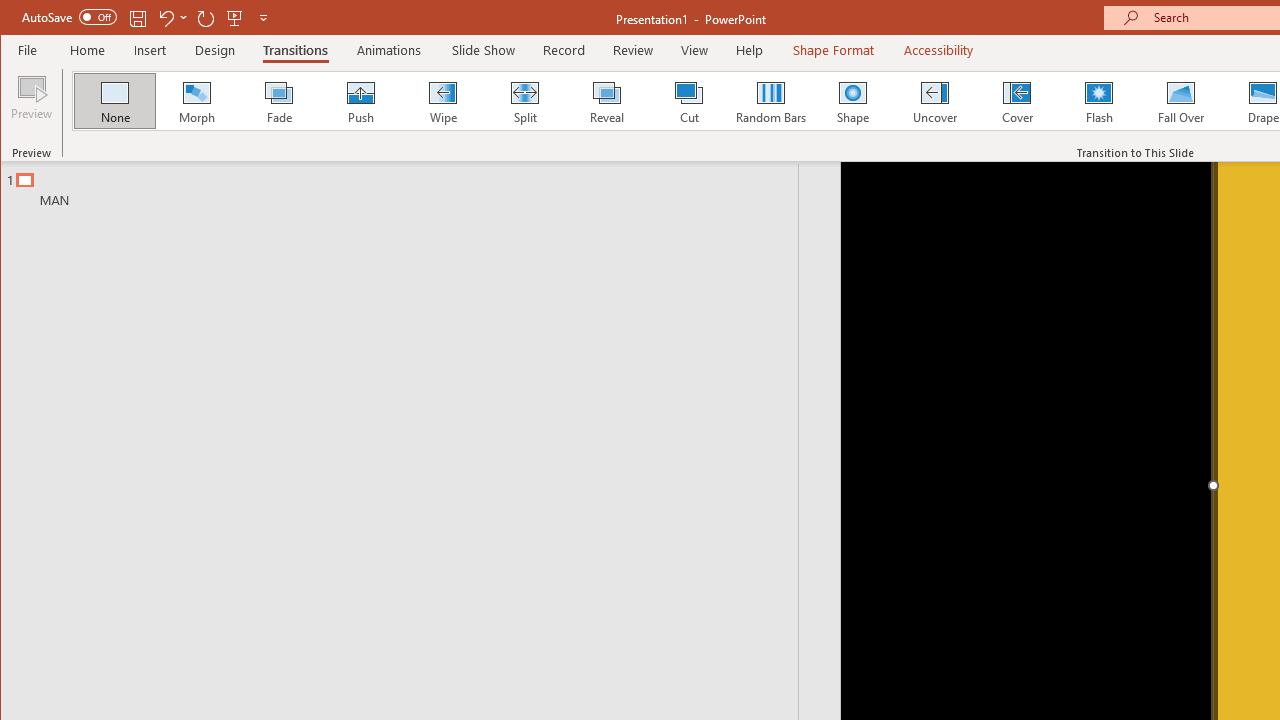 The width and height of the screenshot is (1280, 720). I want to click on 'Wipe', so click(441, 100).